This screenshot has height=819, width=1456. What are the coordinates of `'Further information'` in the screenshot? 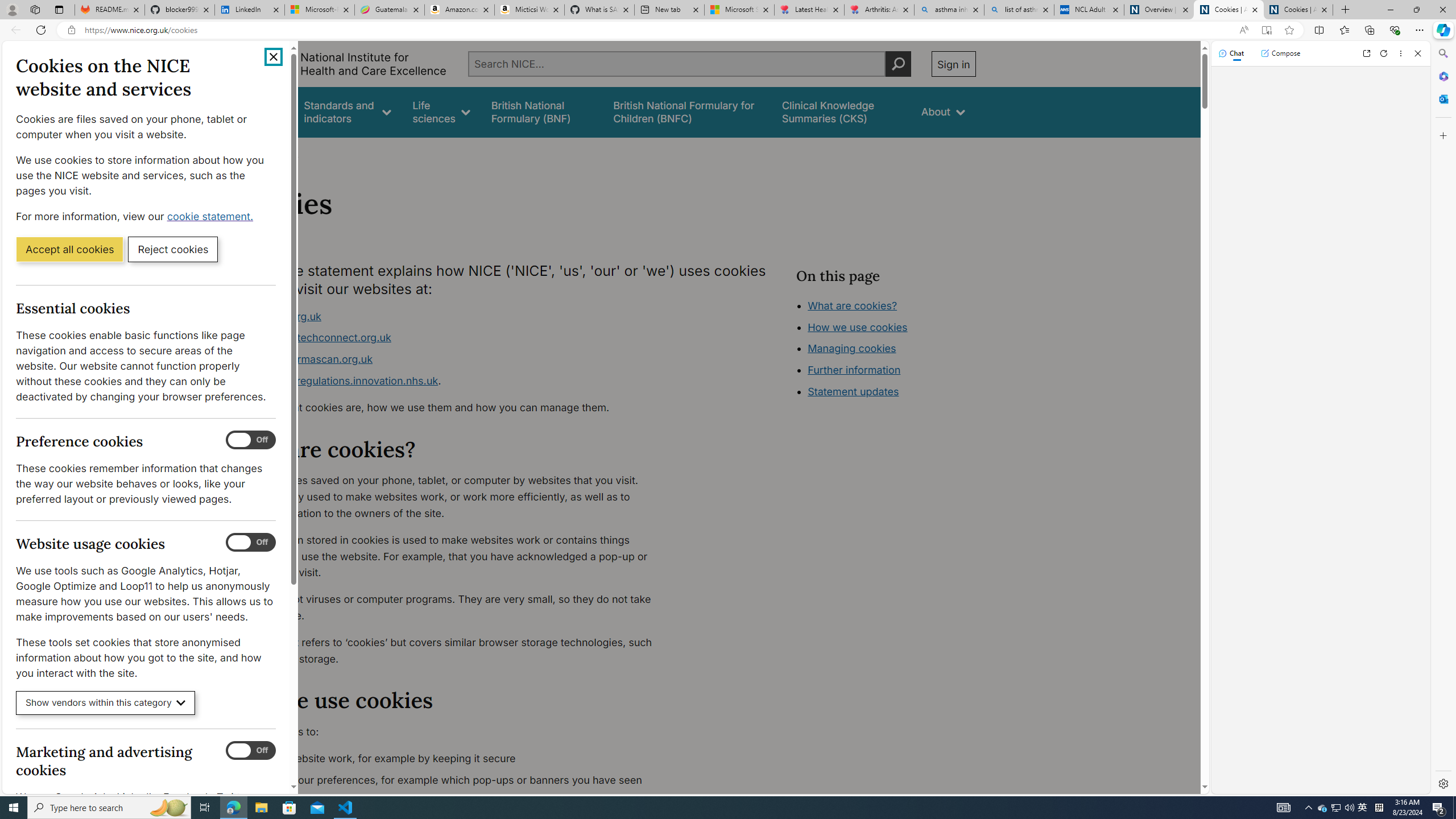 It's located at (854, 370).